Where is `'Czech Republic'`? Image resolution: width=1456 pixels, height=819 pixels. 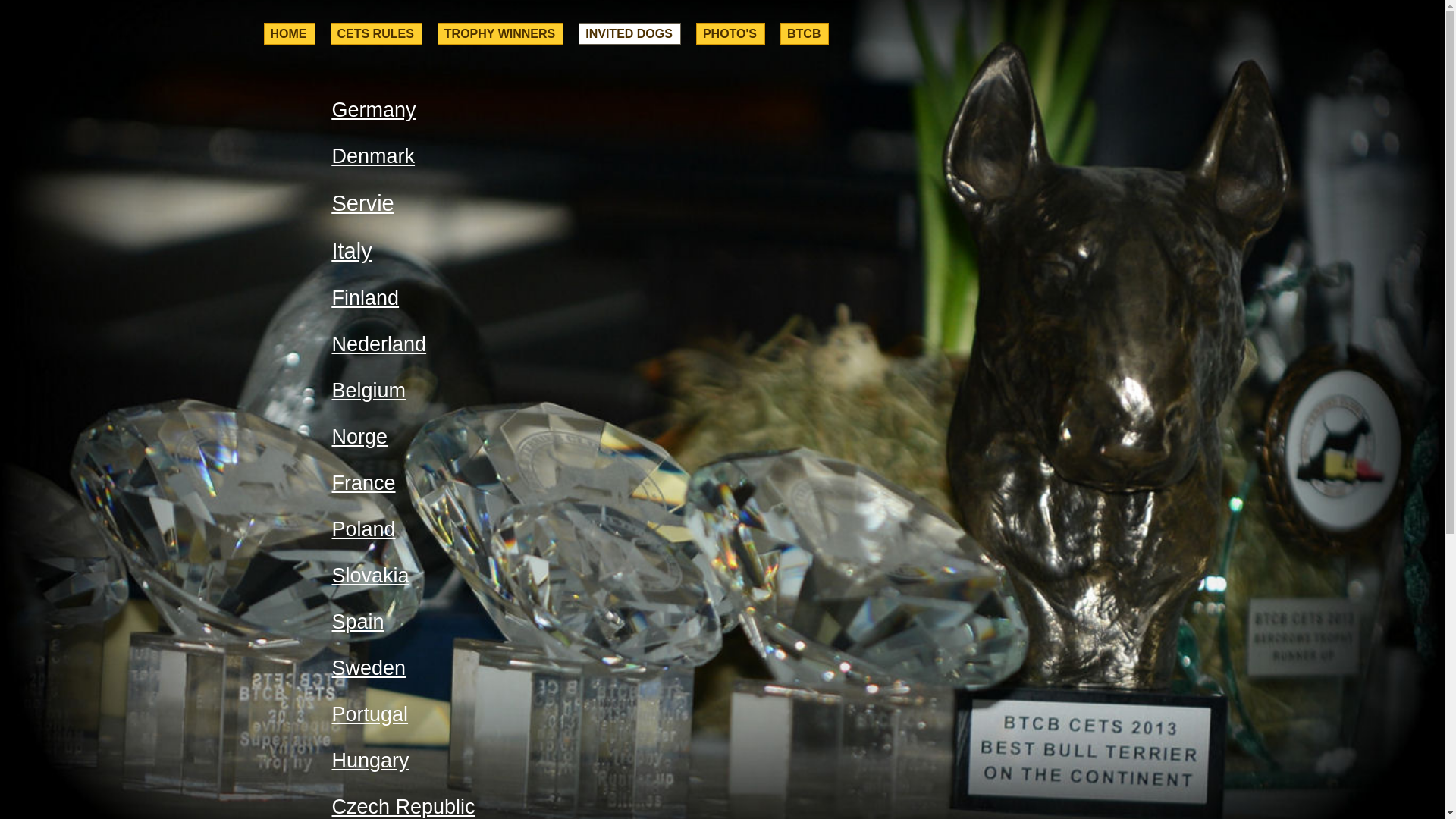 'Czech Republic' is located at coordinates (403, 806).